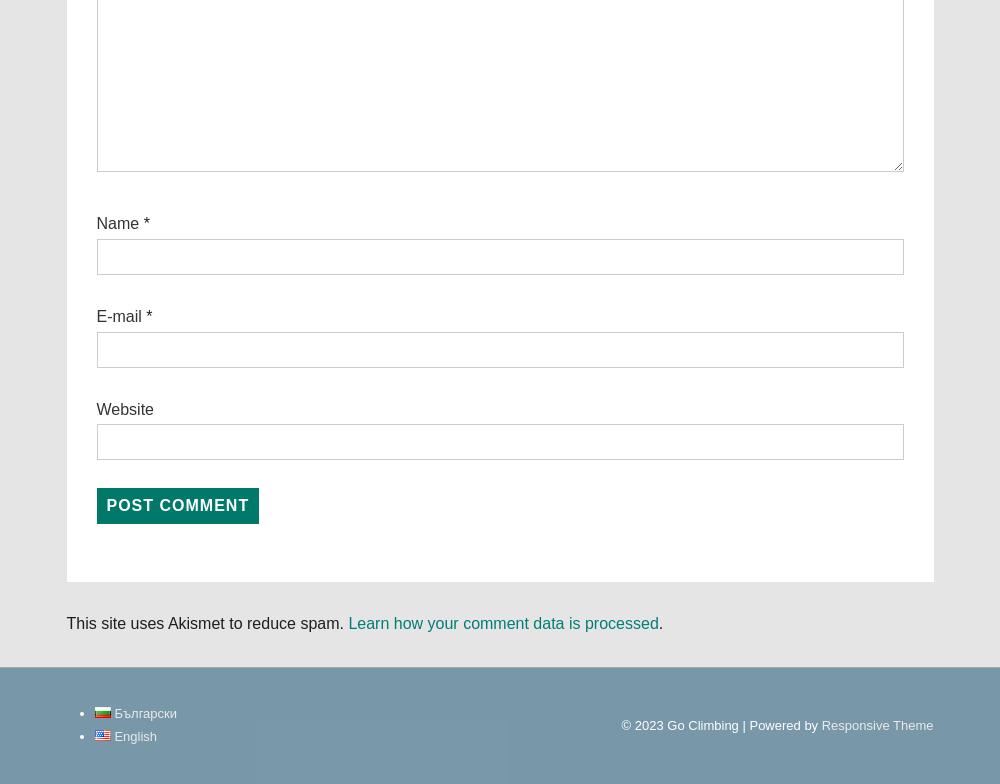  I want to click on 'Website', so click(125, 408).